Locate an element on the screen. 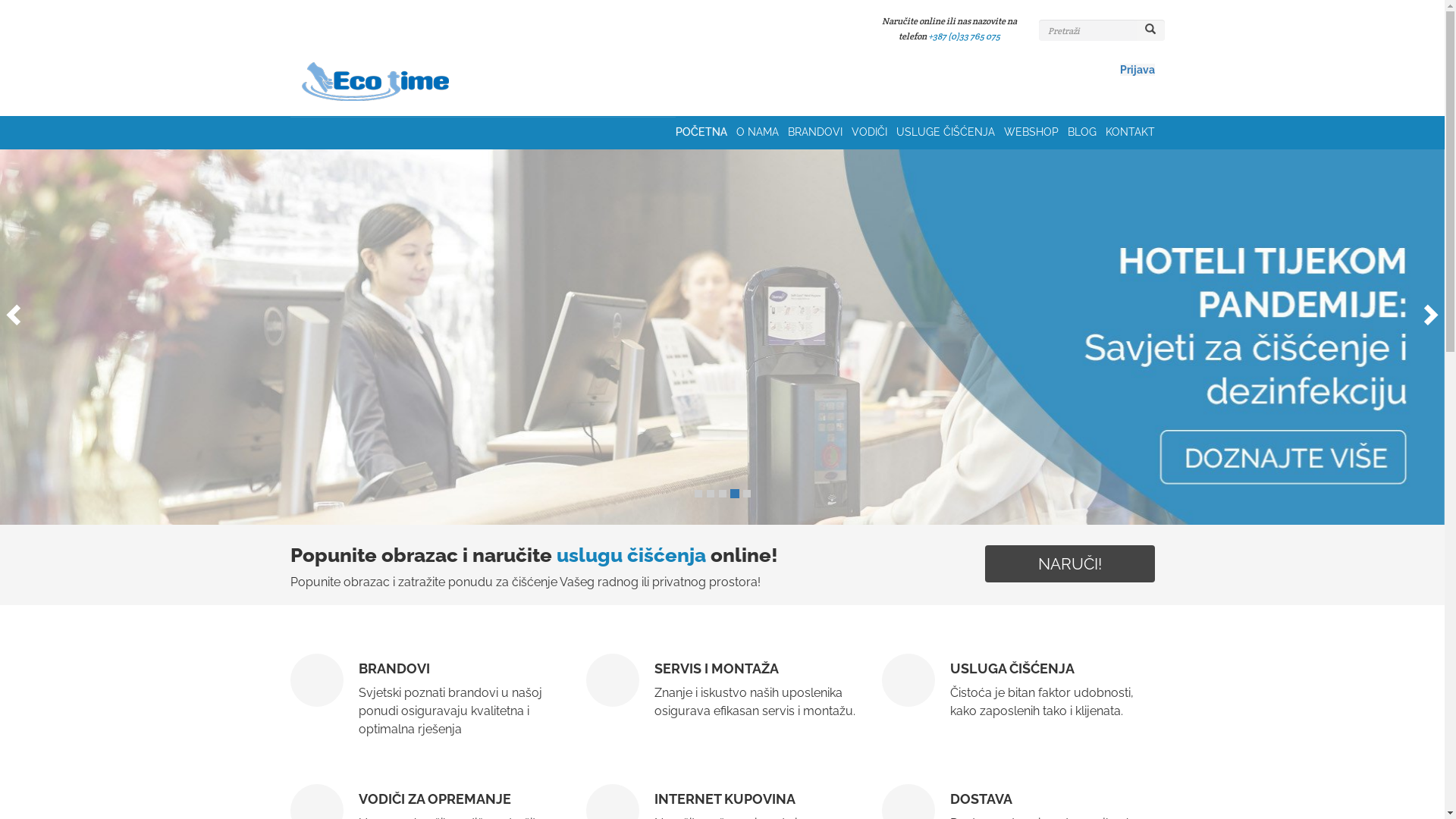 The height and width of the screenshot is (819, 1456). 'O NAMA' is located at coordinates (761, 131).